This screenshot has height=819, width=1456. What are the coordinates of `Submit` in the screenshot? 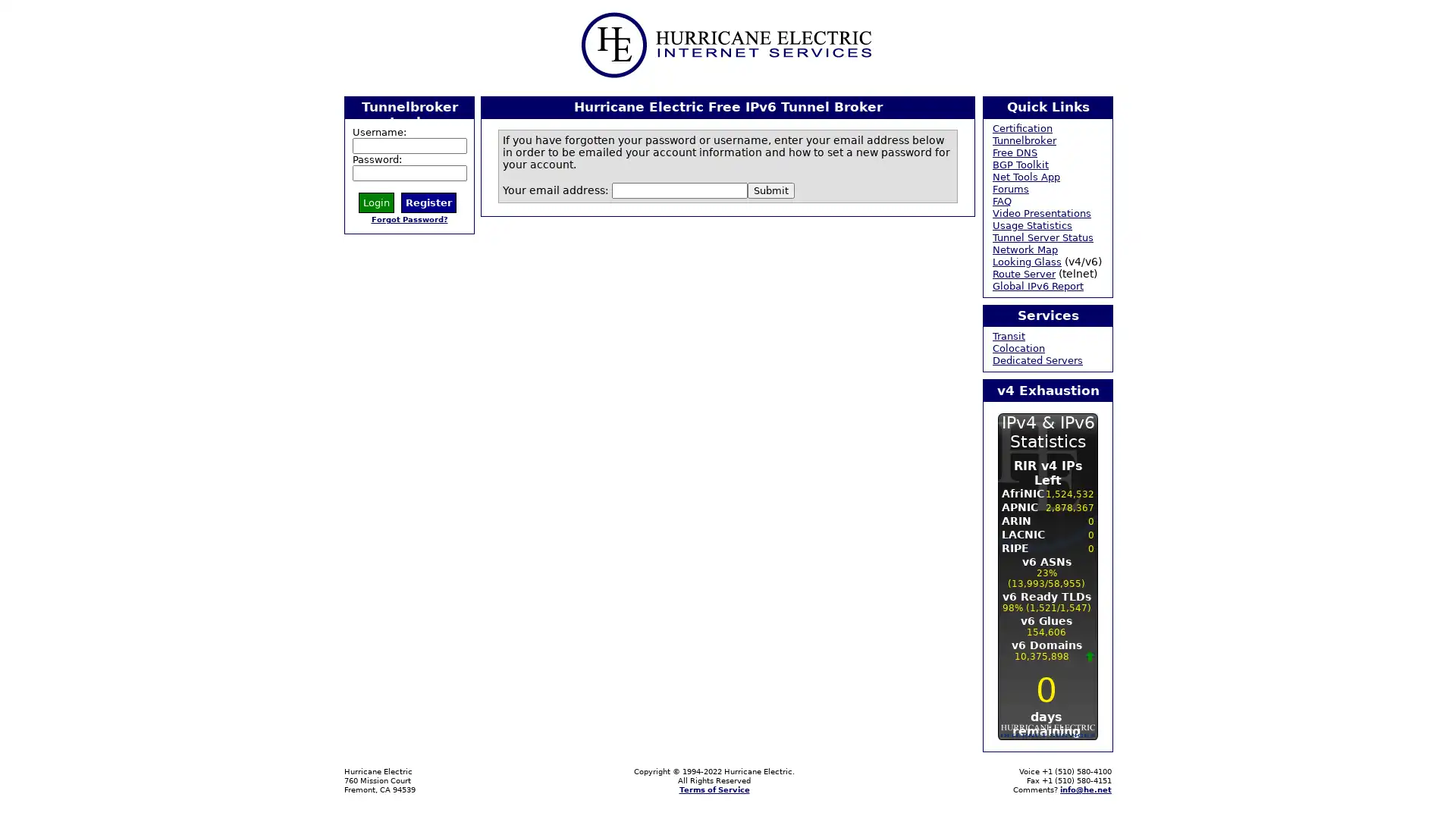 It's located at (771, 189).